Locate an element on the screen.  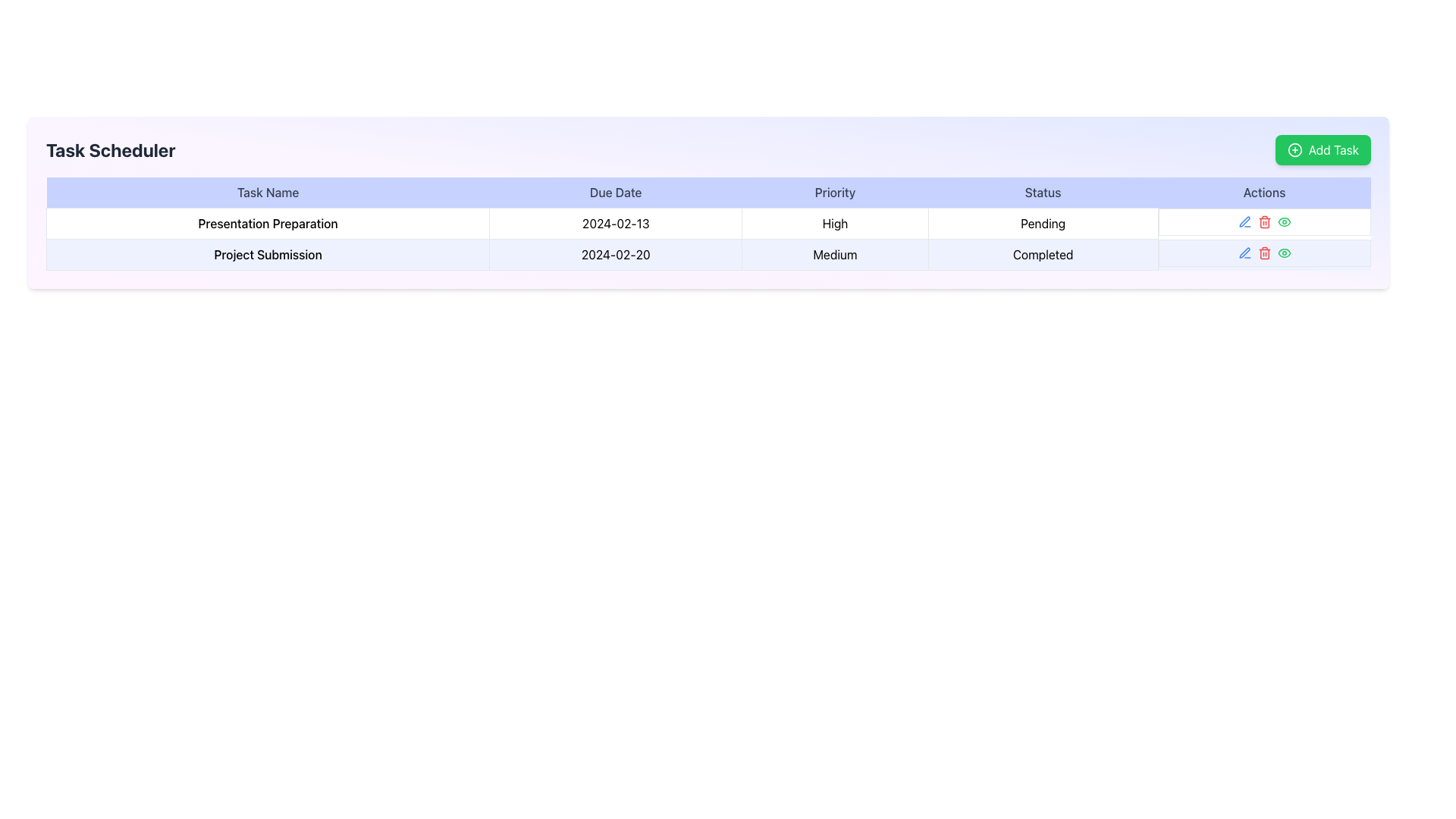
the text label header reading 'Task Name', which is styled with centered alignment and a blue background, located in the top-left area of the header row of a table structure is located at coordinates (268, 192).